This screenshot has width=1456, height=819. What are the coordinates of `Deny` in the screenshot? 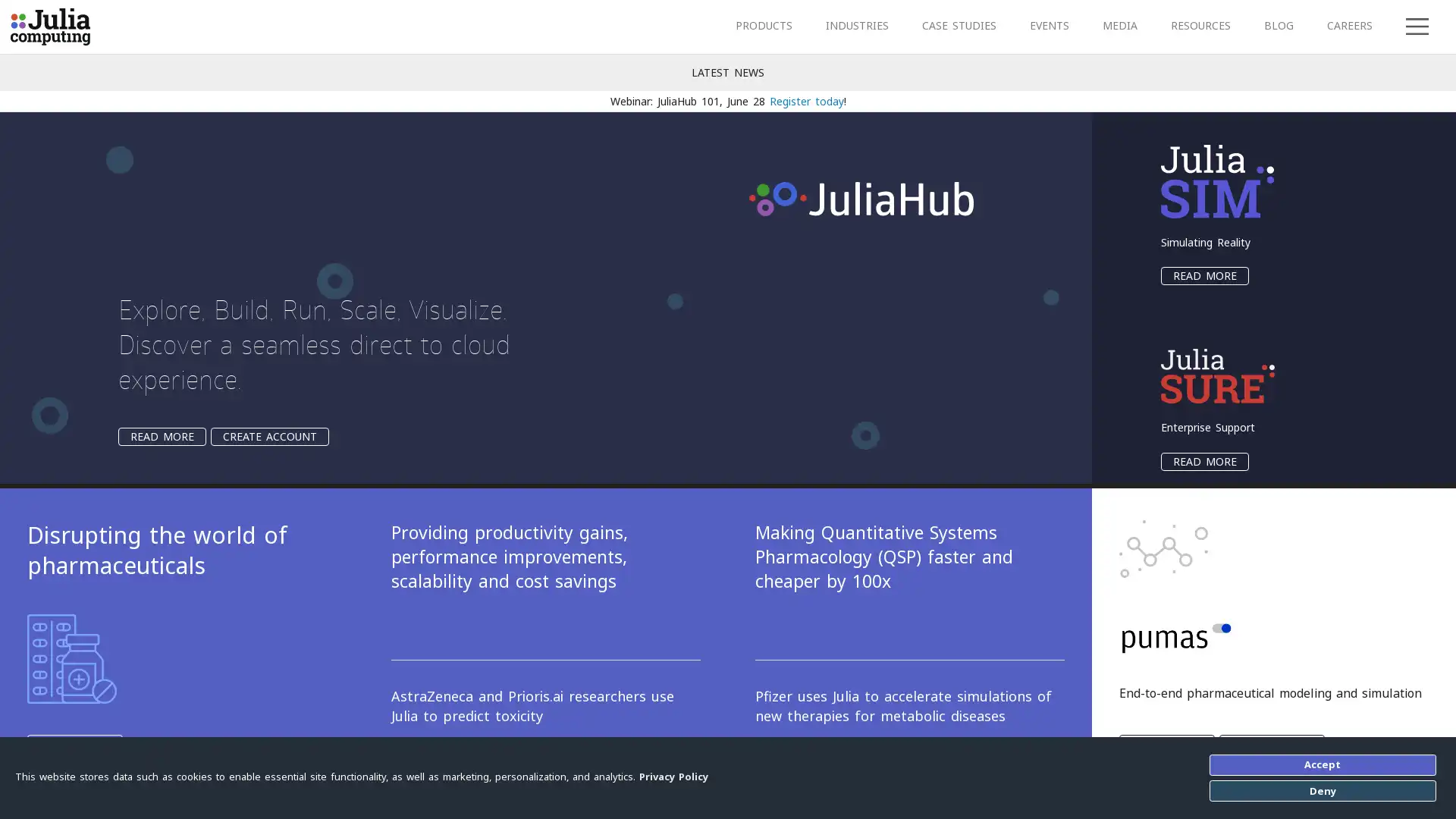 It's located at (1321, 789).